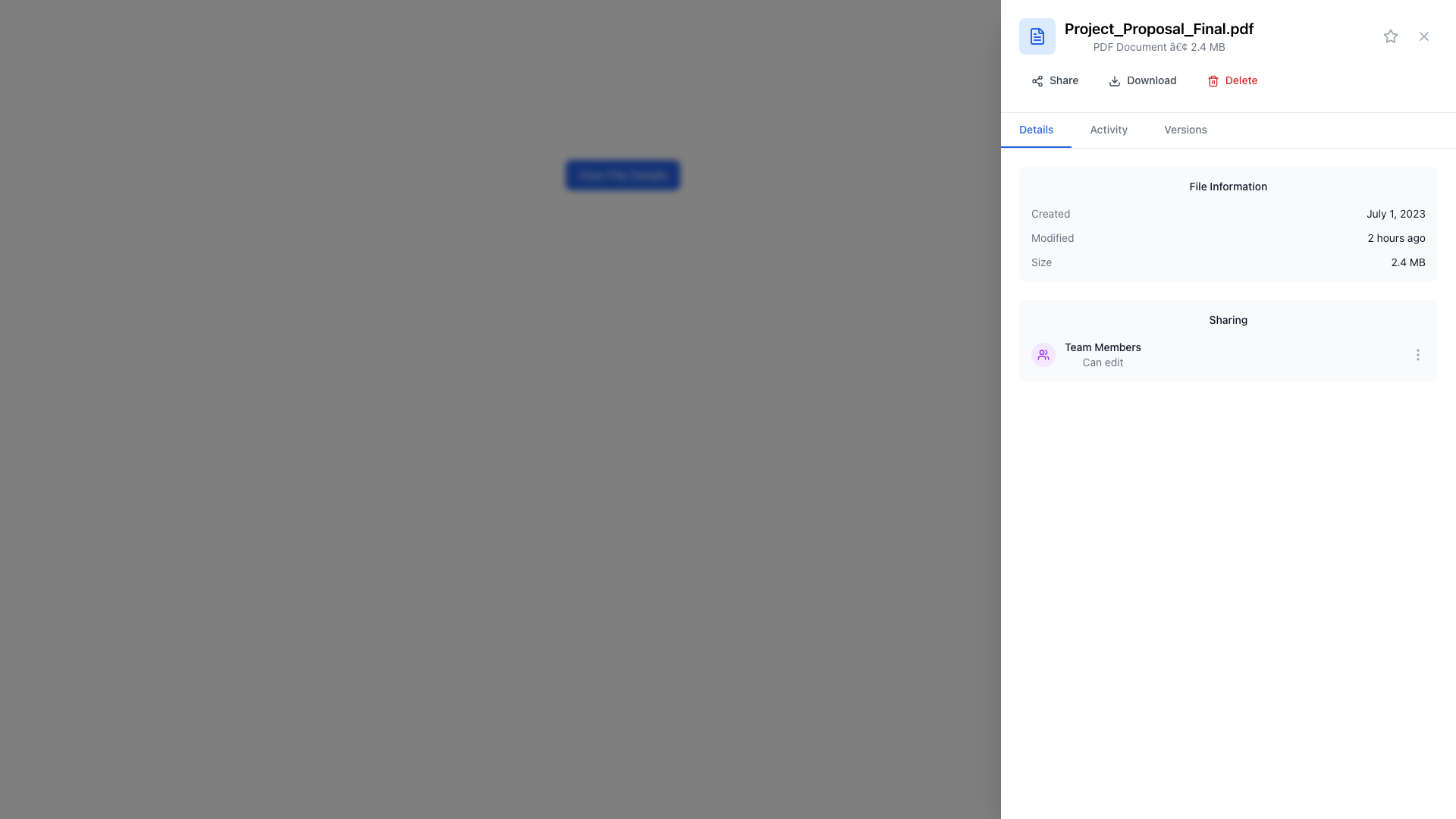 The height and width of the screenshot is (819, 1456). What do you see at coordinates (1417, 354) in the screenshot?
I see `the menu trigger icon/button for 'Team Members' sharing permissions located at the far right of the 'Team Members Can edit' row` at bounding box center [1417, 354].